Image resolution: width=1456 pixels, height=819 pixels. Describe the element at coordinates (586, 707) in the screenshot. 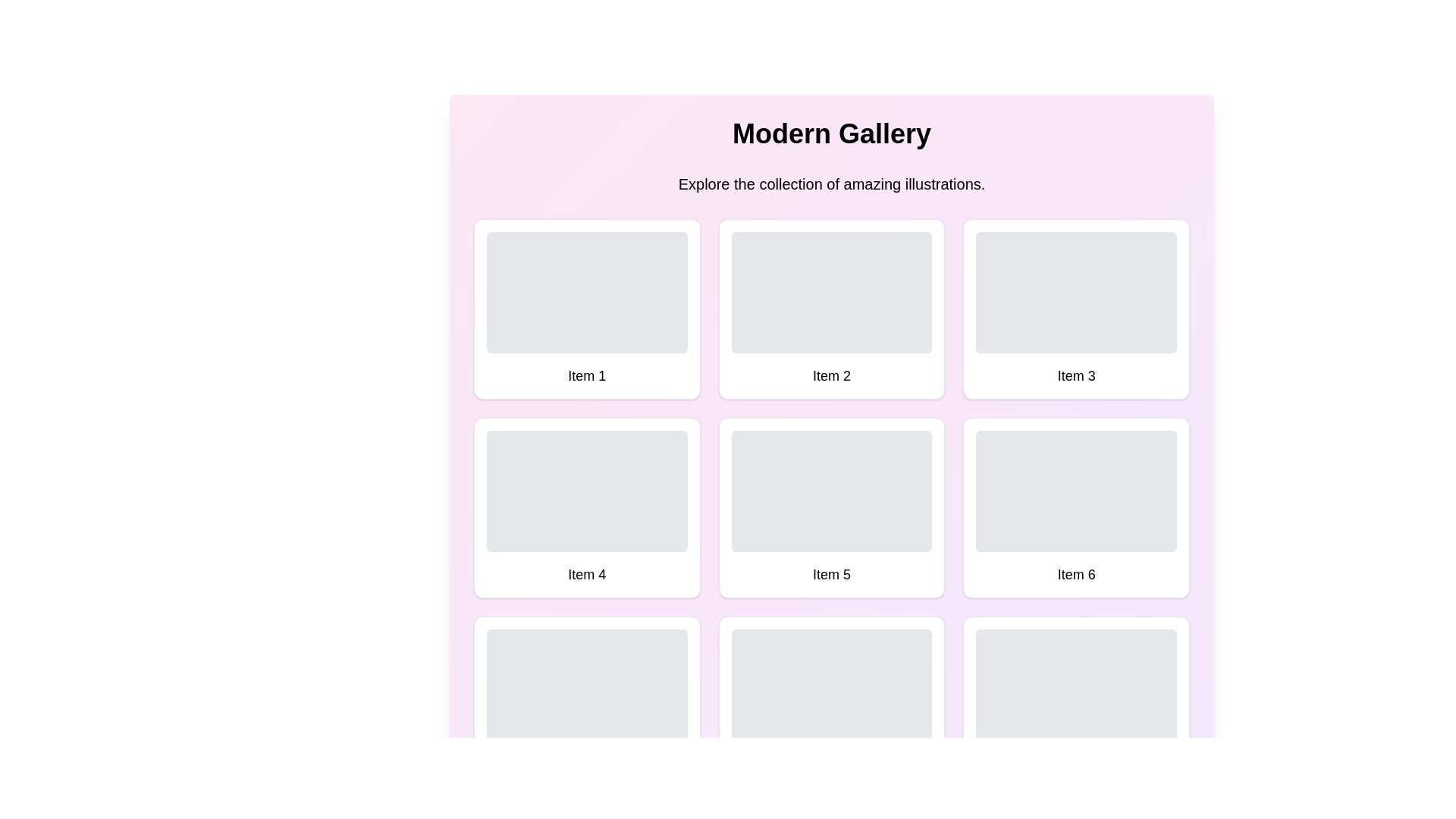

I see `the Card element labeled 'Item 7' which is located in the third row and first column of the grid layout in the 'Modern Gallery' section` at that location.